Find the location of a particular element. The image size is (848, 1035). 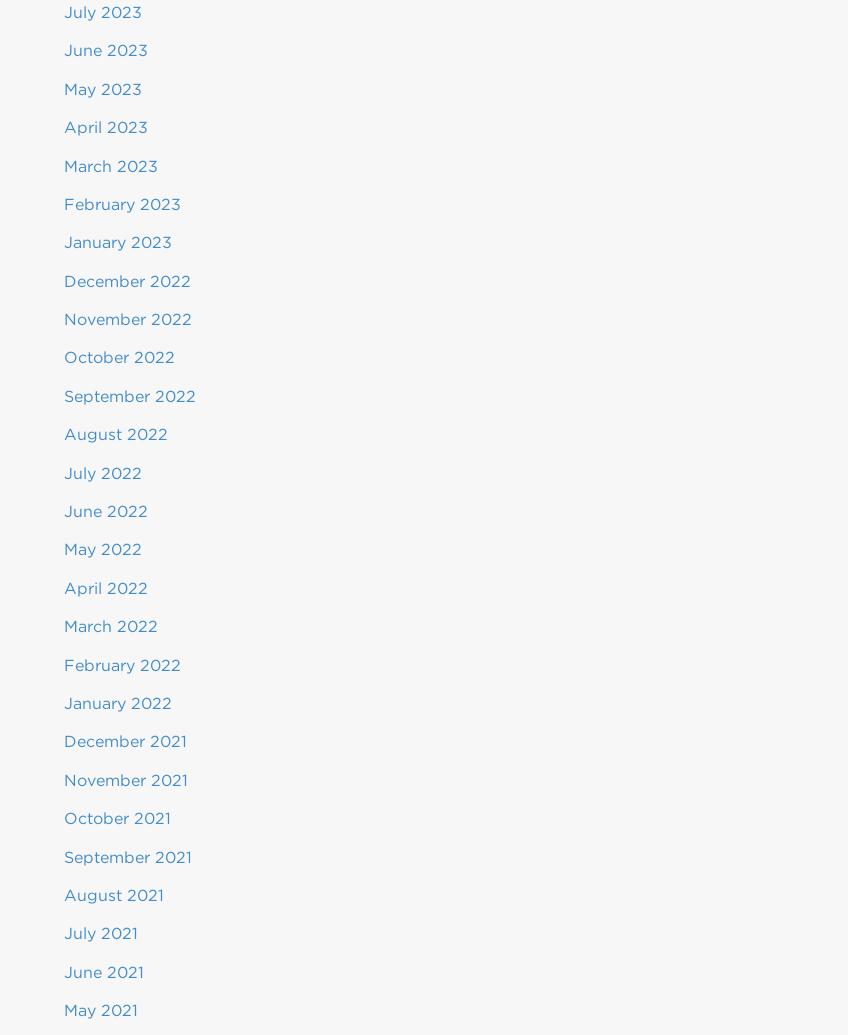

'May 2023' is located at coordinates (103, 88).